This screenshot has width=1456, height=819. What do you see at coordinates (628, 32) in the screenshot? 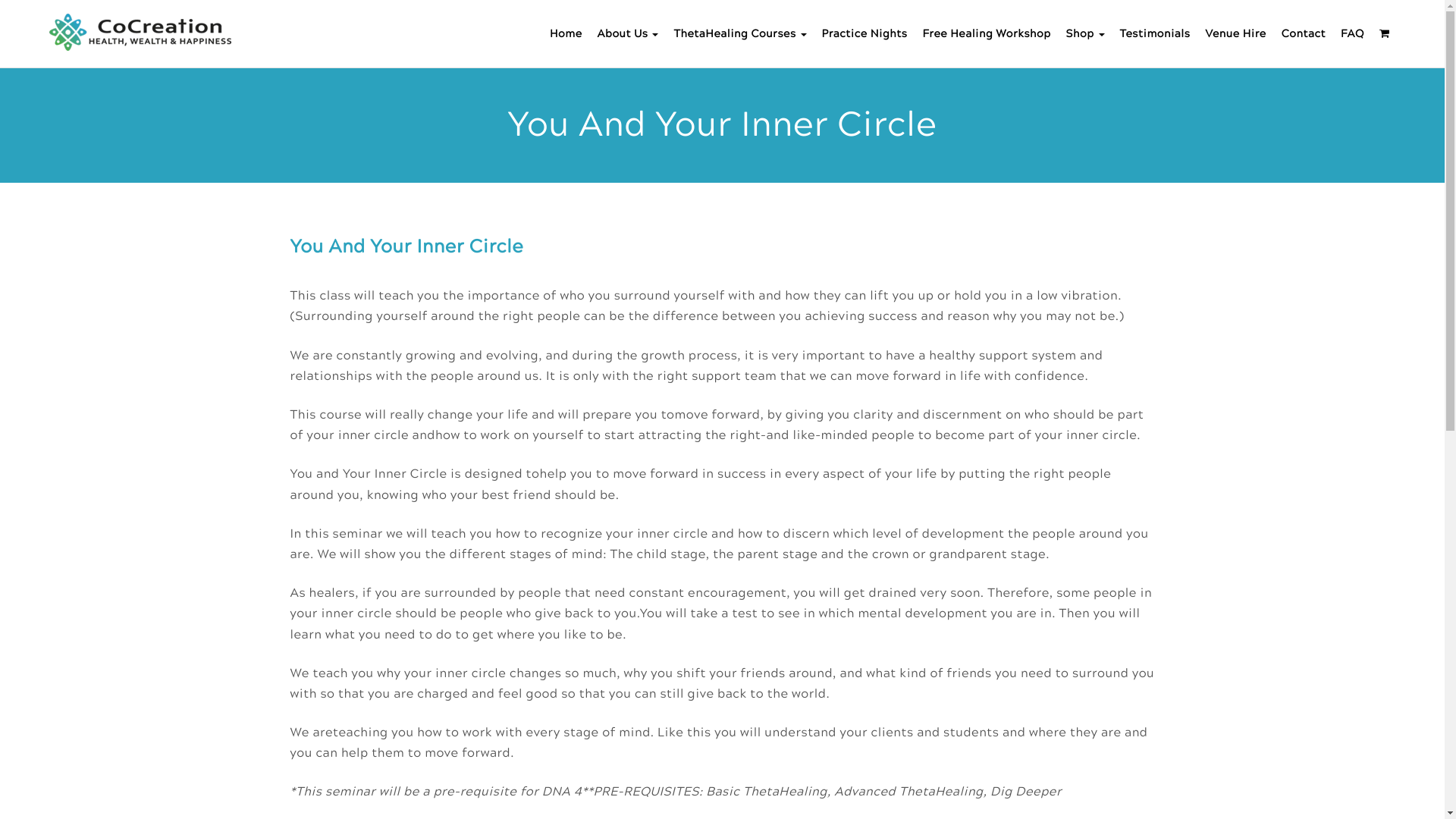
I see `'About Us'` at bounding box center [628, 32].